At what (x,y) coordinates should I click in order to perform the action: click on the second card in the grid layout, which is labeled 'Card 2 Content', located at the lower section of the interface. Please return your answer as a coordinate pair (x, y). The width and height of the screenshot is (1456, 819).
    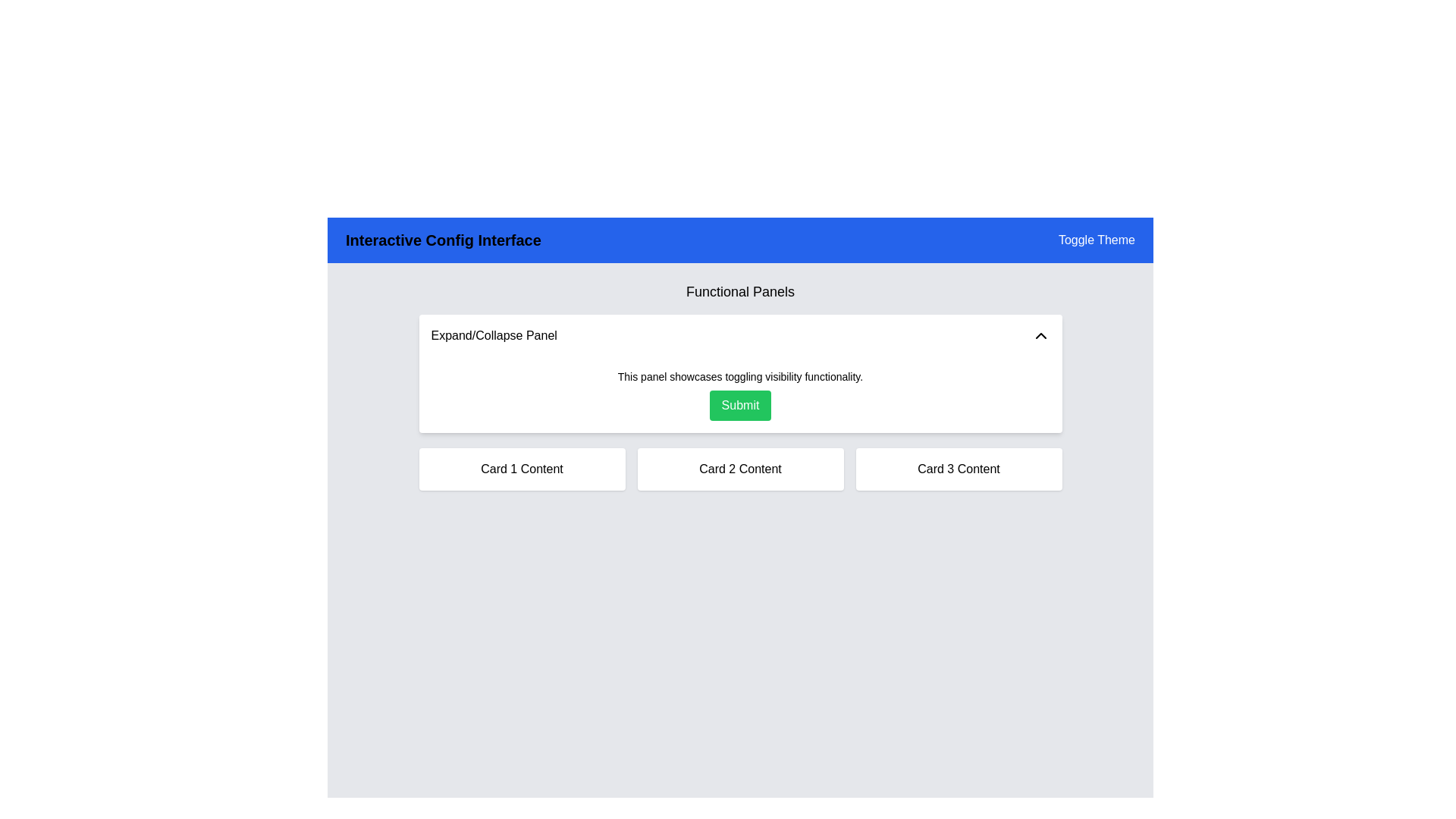
    Looking at the image, I should click on (740, 468).